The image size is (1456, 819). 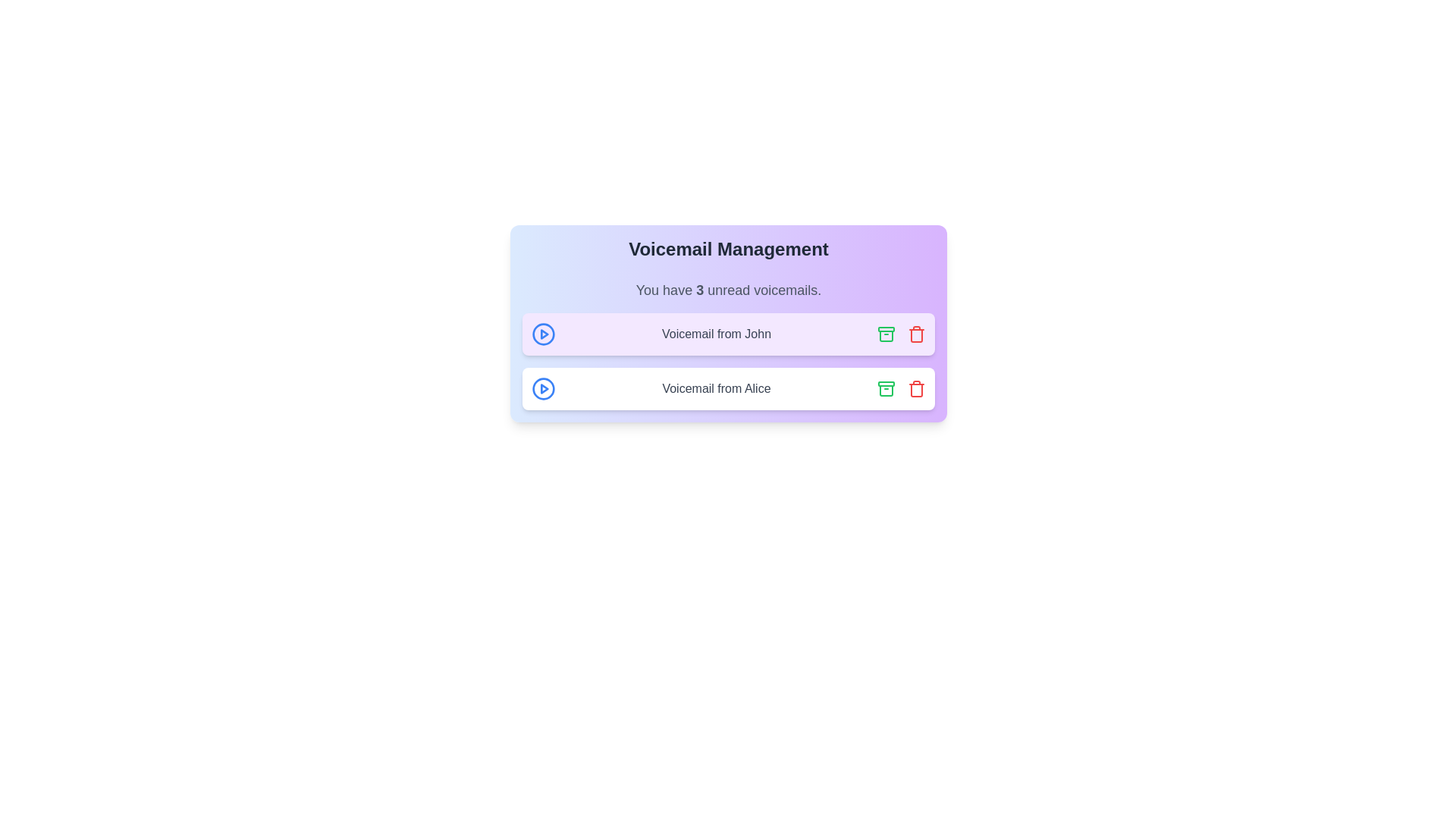 What do you see at coordinates (886, 328) in the screenshot?
I see `the small rectangular shape with rounded corners that forms the top lid of the archive icon, located near the right side of each voicemail entry` at bounding box center [886, 328].